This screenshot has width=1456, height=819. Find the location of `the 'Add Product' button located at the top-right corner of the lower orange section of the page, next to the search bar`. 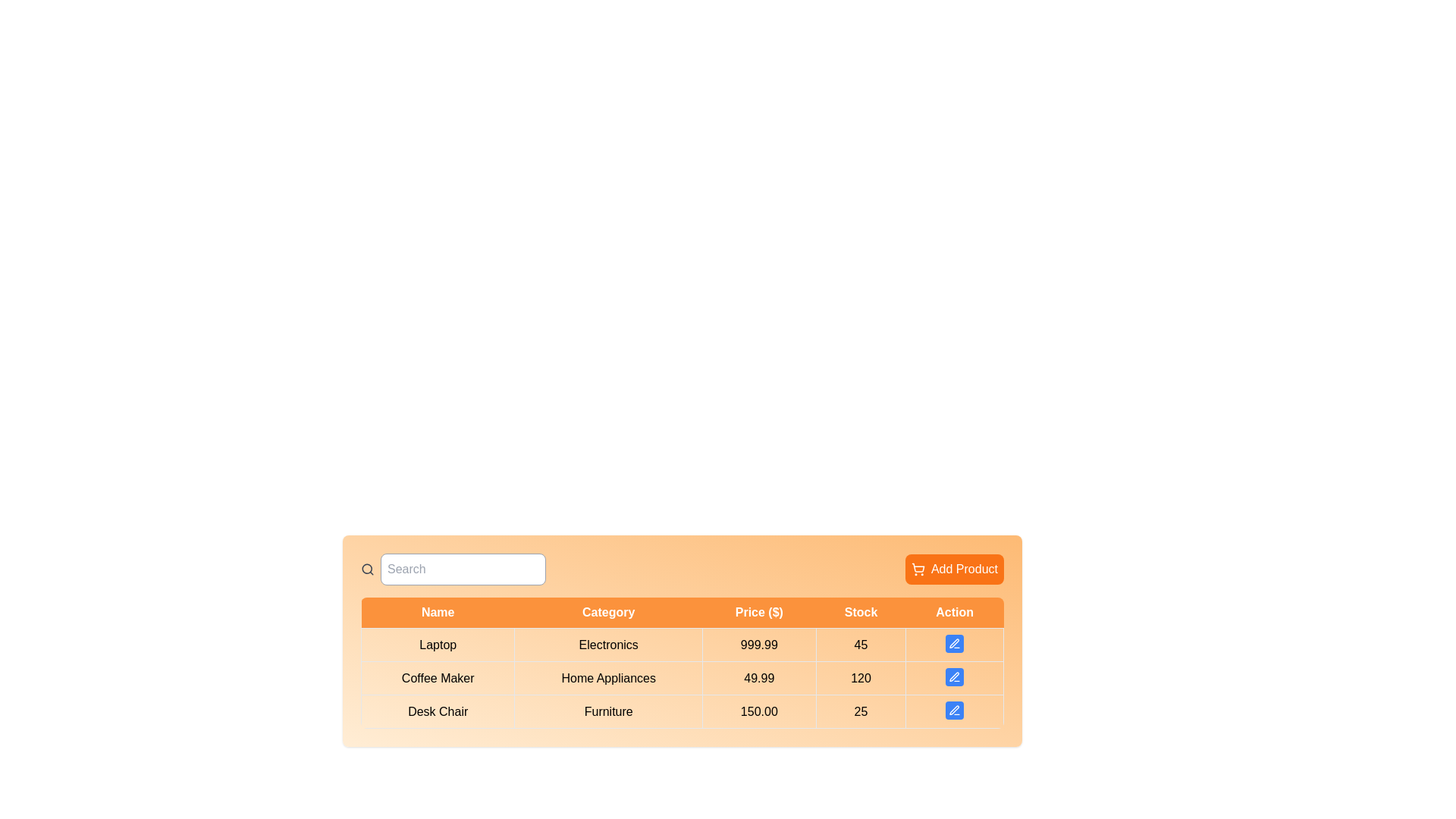

the 'Add Product' button located at the top-right corner of the lower orange section of the page, next to the search bar is located at coordinates (953, 570).